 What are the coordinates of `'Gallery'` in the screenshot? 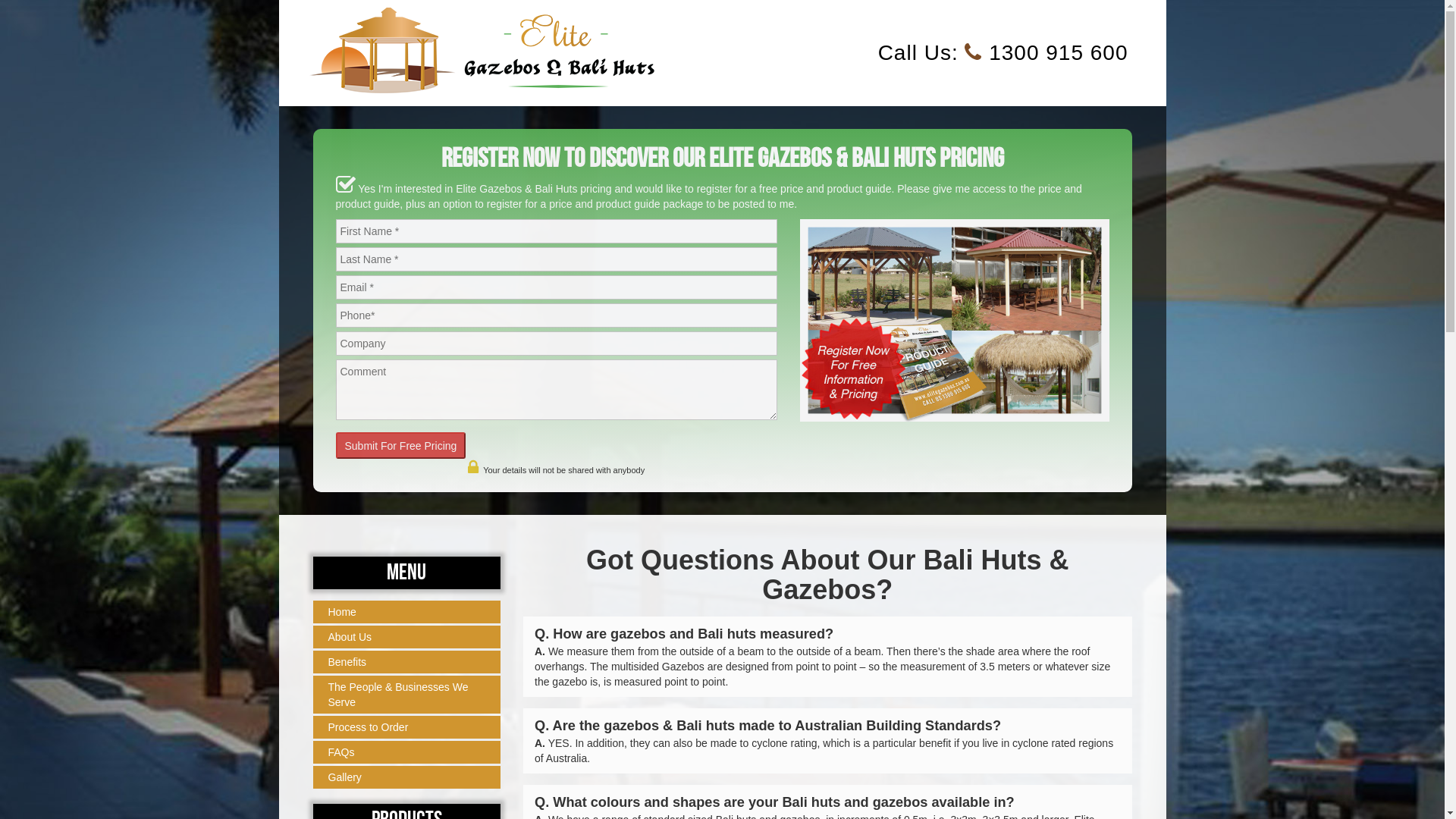 It's located at (406, 777).